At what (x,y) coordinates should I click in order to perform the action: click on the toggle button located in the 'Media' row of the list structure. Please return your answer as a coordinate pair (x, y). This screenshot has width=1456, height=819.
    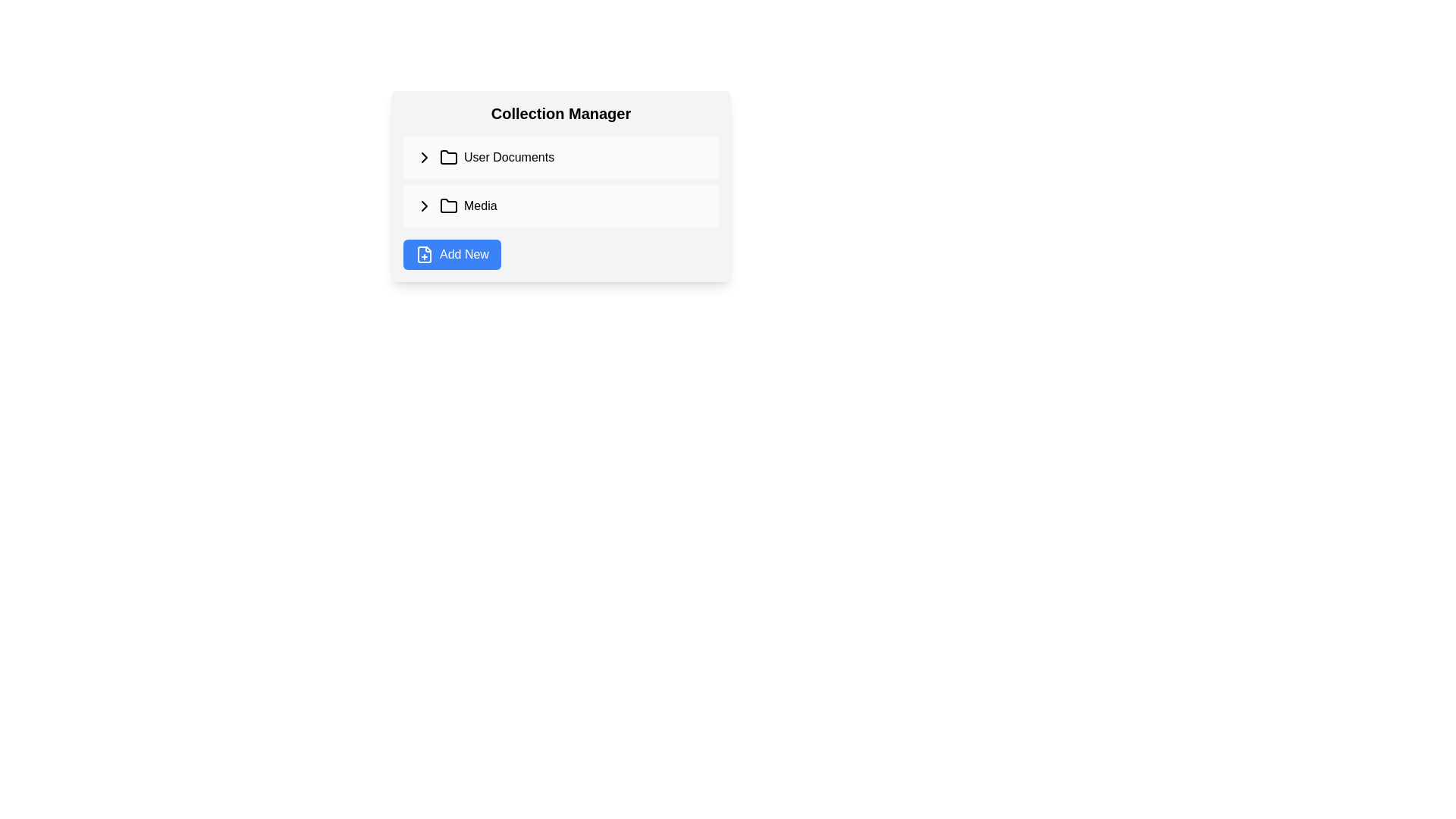
    Looking at the image, I should click on (425, 206).